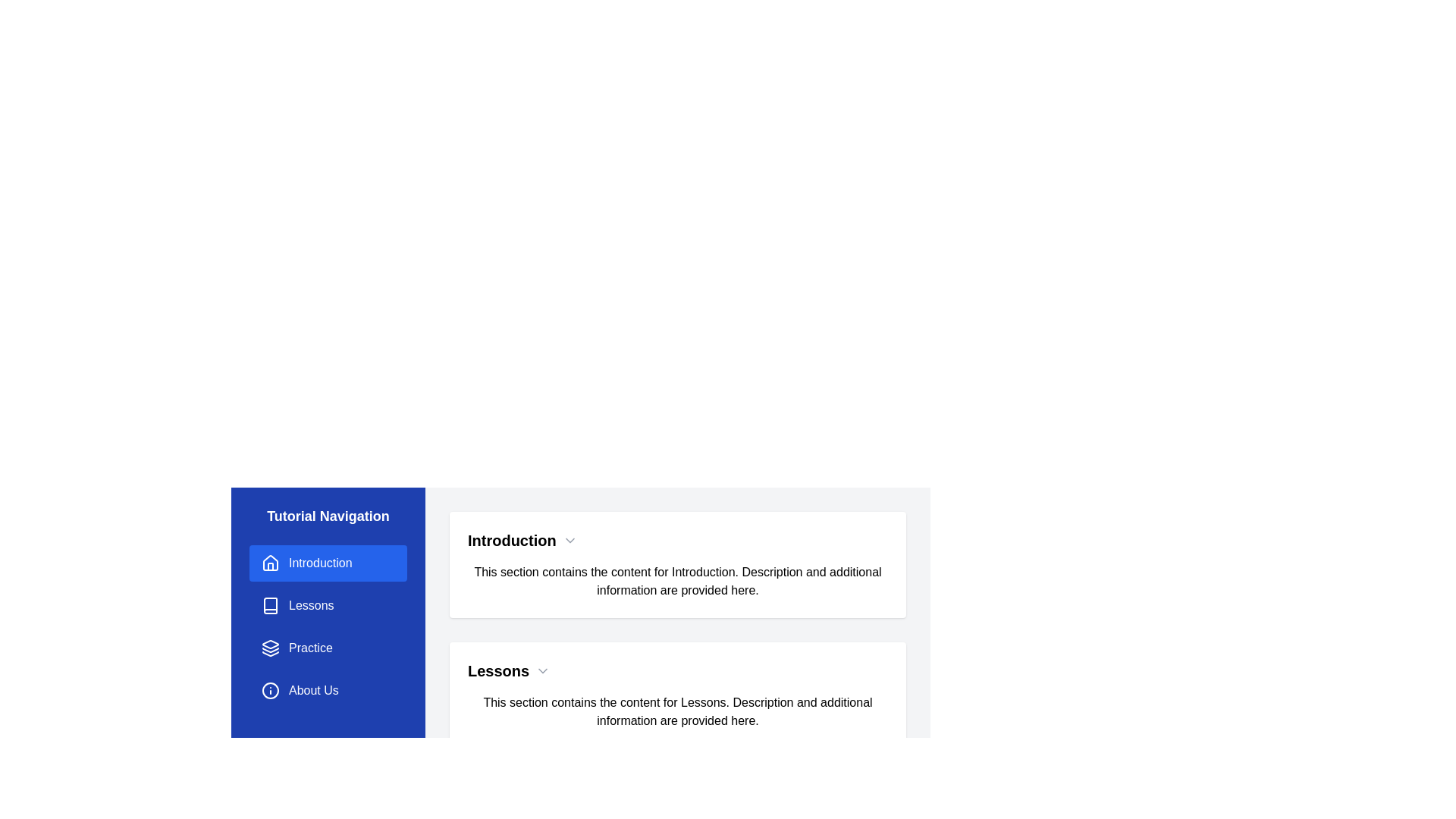 The height and width of the screenshot is (819, 1456). What do you see at coordinates (270, 604) in the screenshot?
I see `the 'Lessons' icon in the vertical navigation menu on the left side of the page` at bounding box center [270, 604].